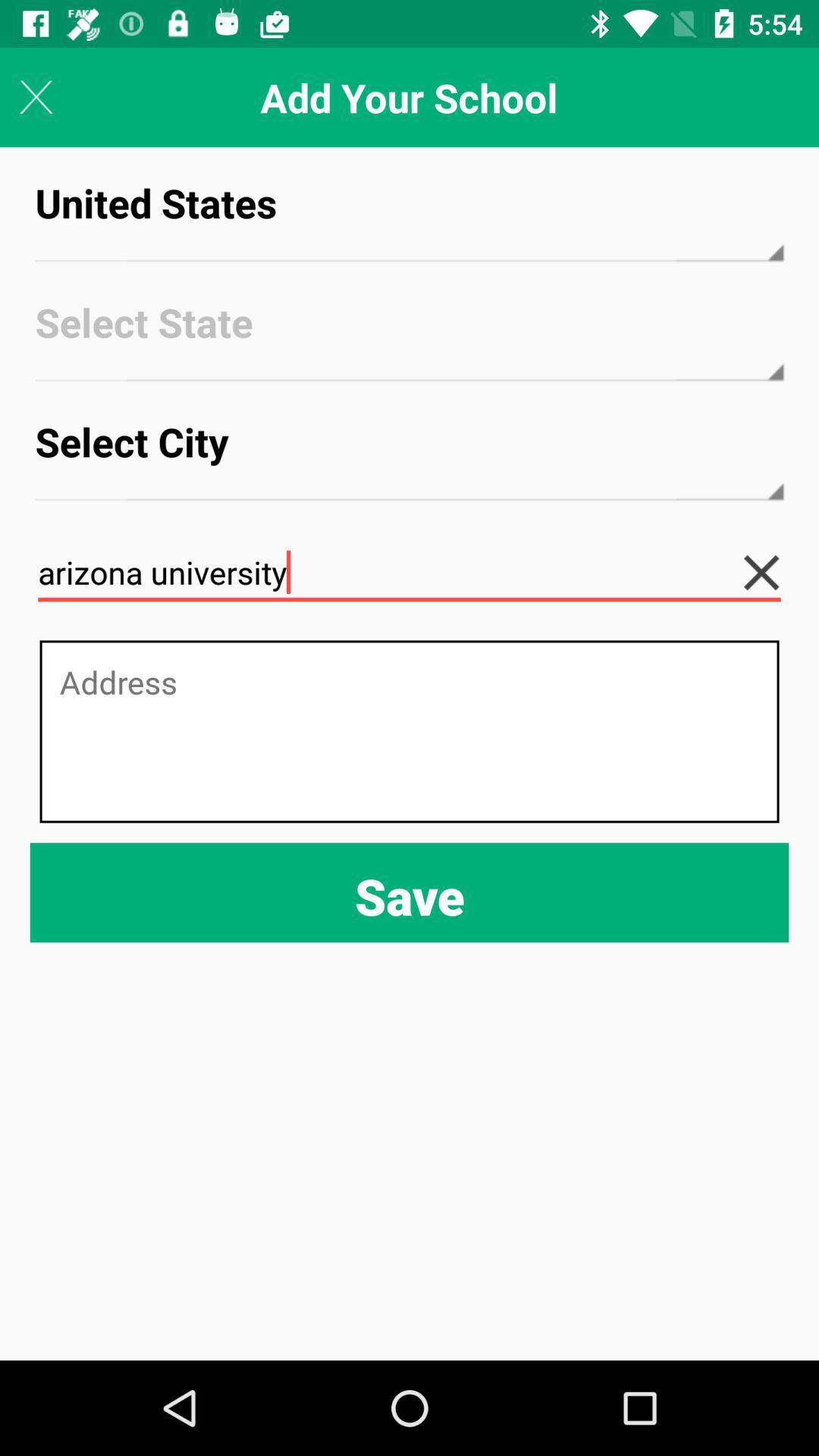  I want to click on united states item, so click(409, 216).